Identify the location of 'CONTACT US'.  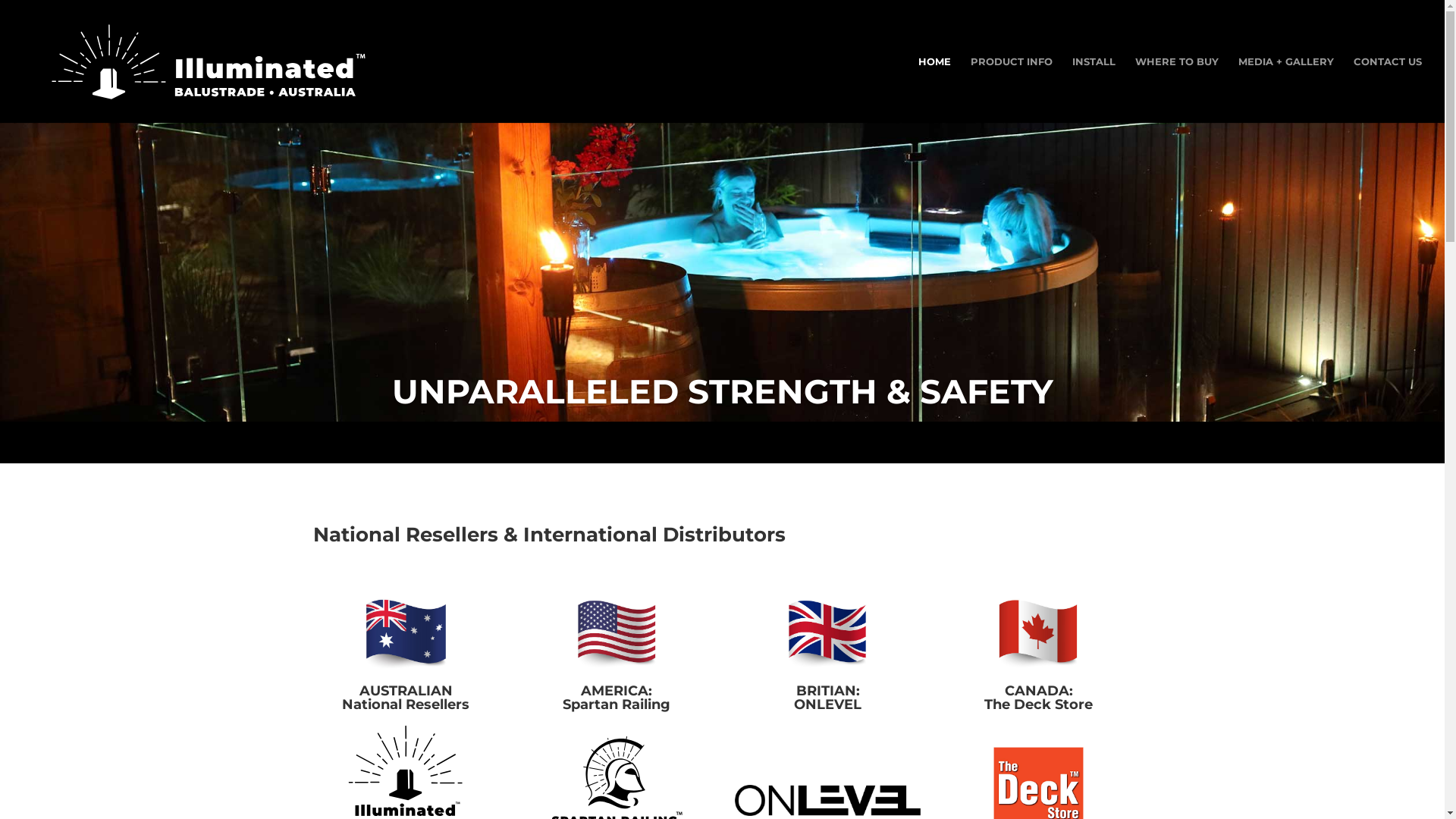
(1354, 89).